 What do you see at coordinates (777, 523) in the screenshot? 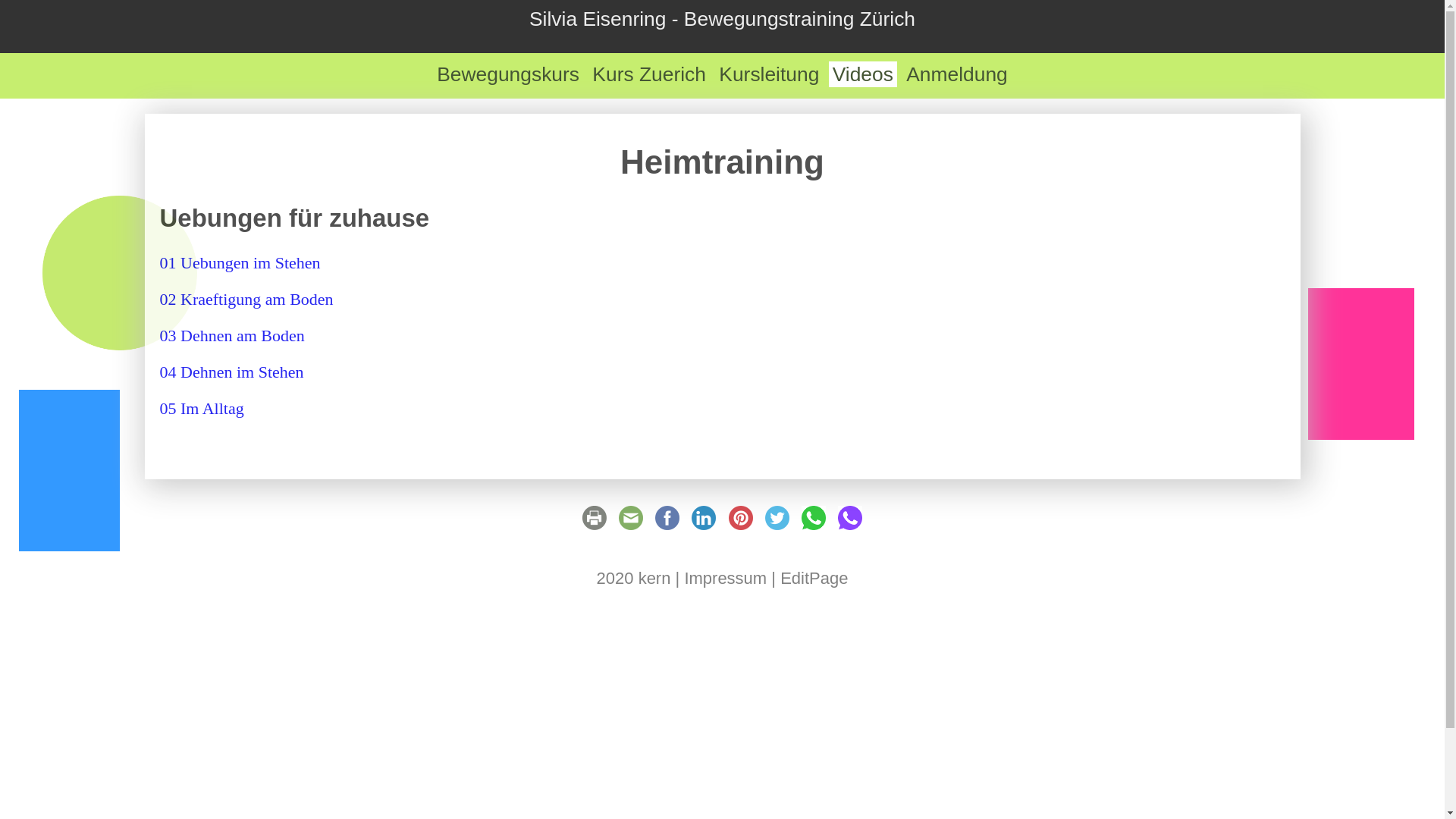
I see `'Twitter'` at bounding box center [777, 523].